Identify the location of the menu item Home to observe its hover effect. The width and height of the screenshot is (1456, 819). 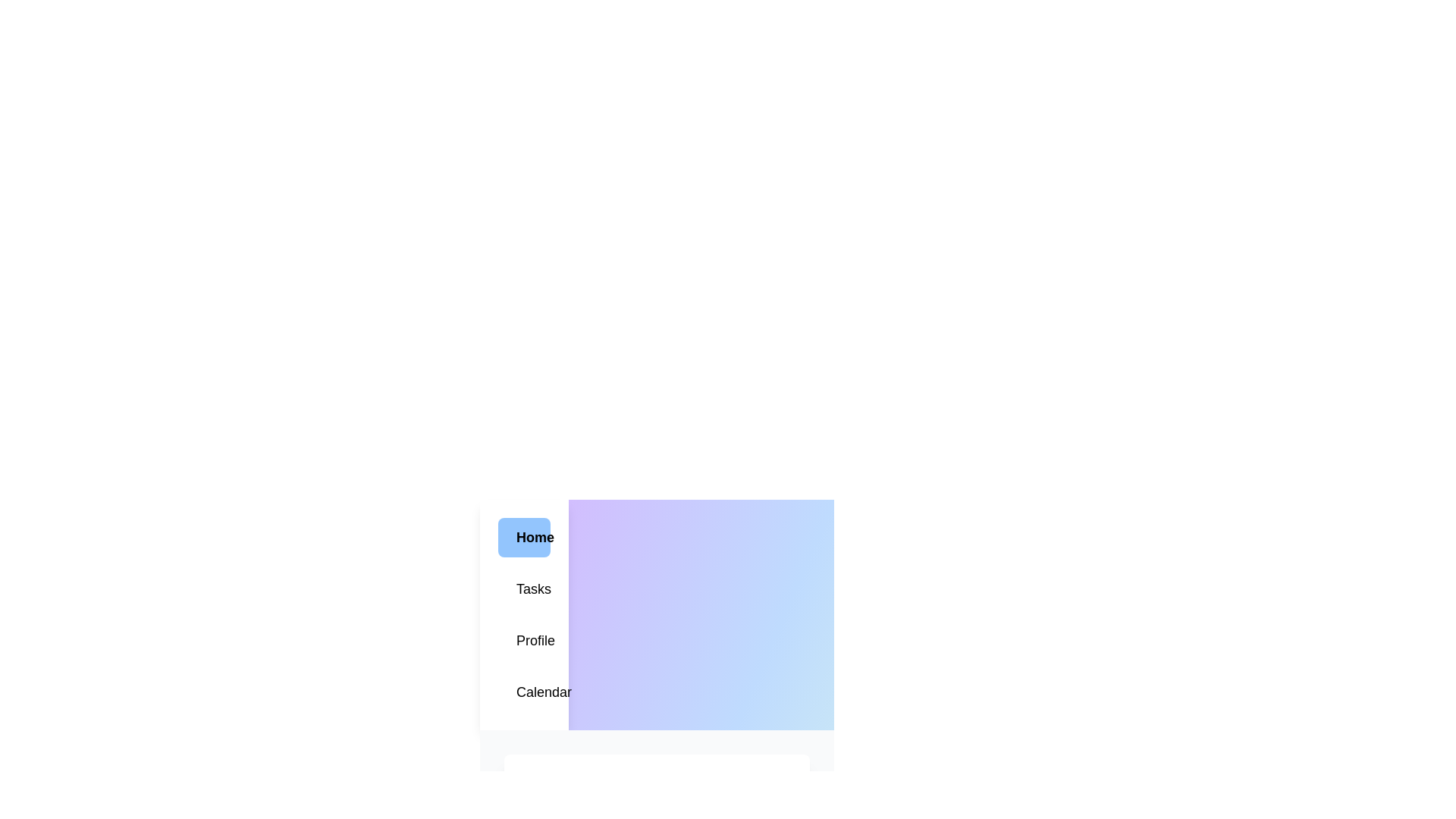
(524, 537).